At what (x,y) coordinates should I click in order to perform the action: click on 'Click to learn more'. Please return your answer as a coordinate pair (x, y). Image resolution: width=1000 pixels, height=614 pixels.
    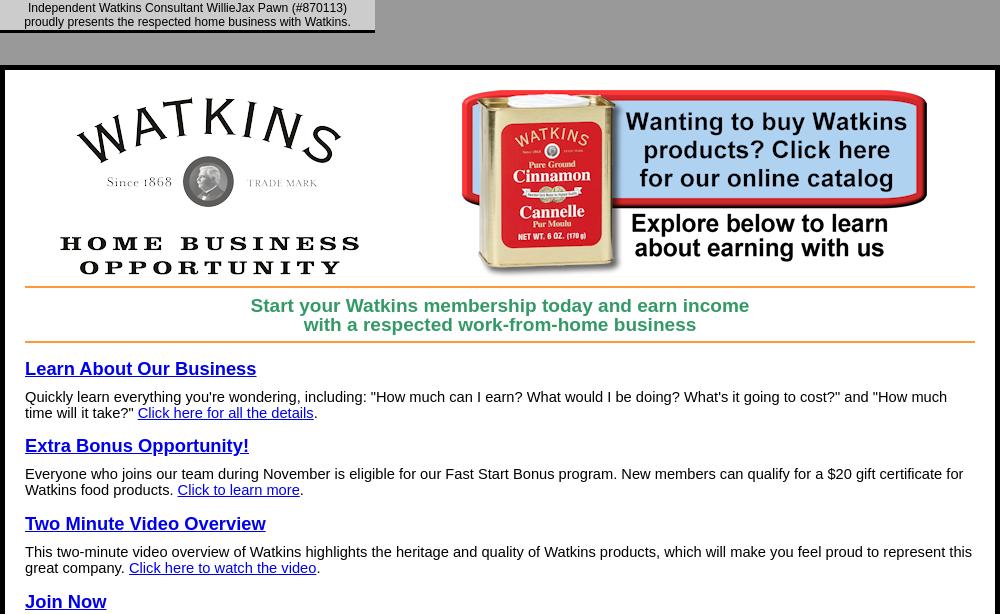
    Looking at the image, I should click on (237, 488).